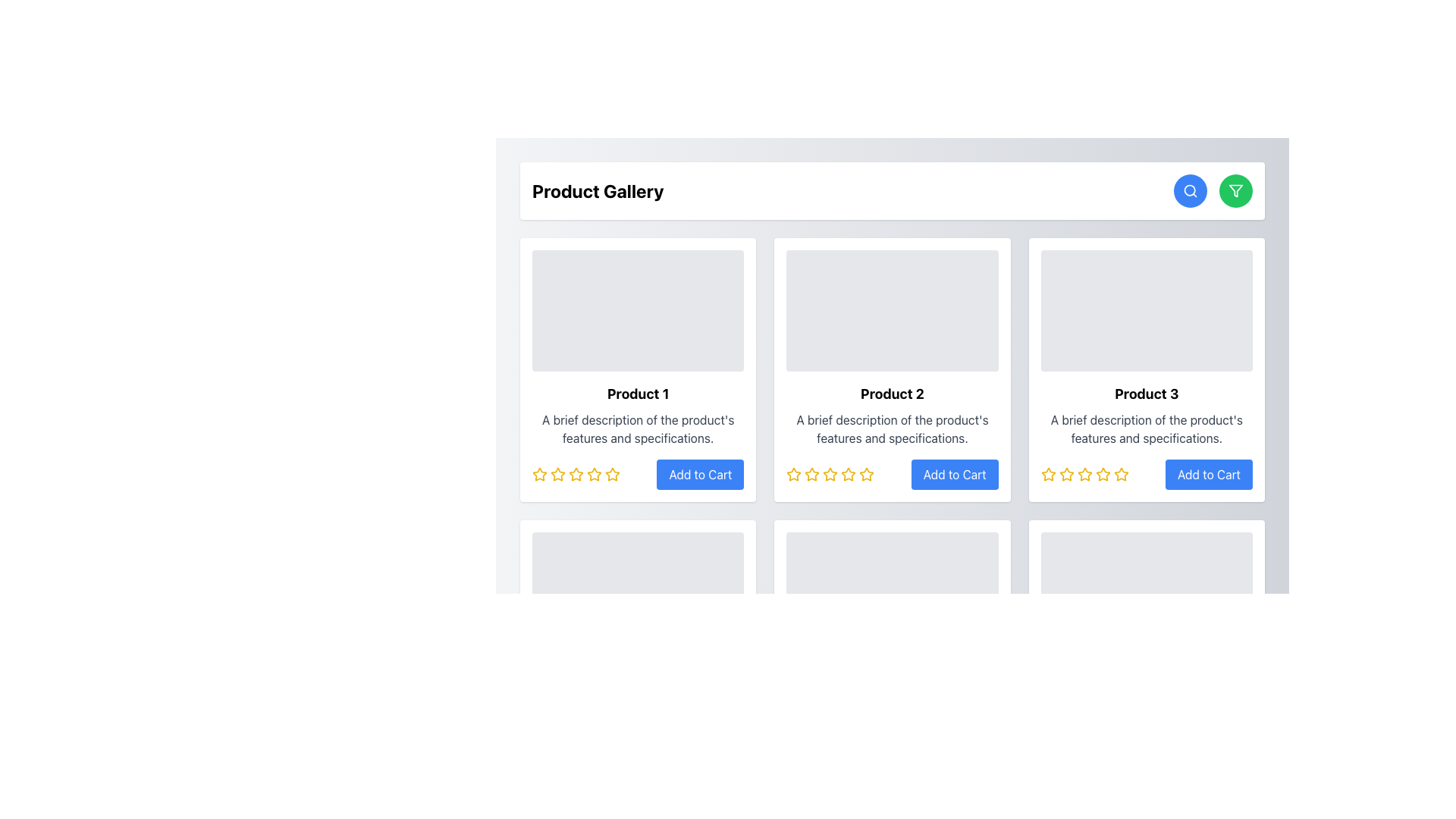 Image resolution: width=1456 pixels, height=819 pixels. What do you see at coordinates (830, 473) in the screenshot?
I see `the fourth star-shaped icon with a yellow outline in the rating section under 'Product 2'` at bounding box center [830, 473].